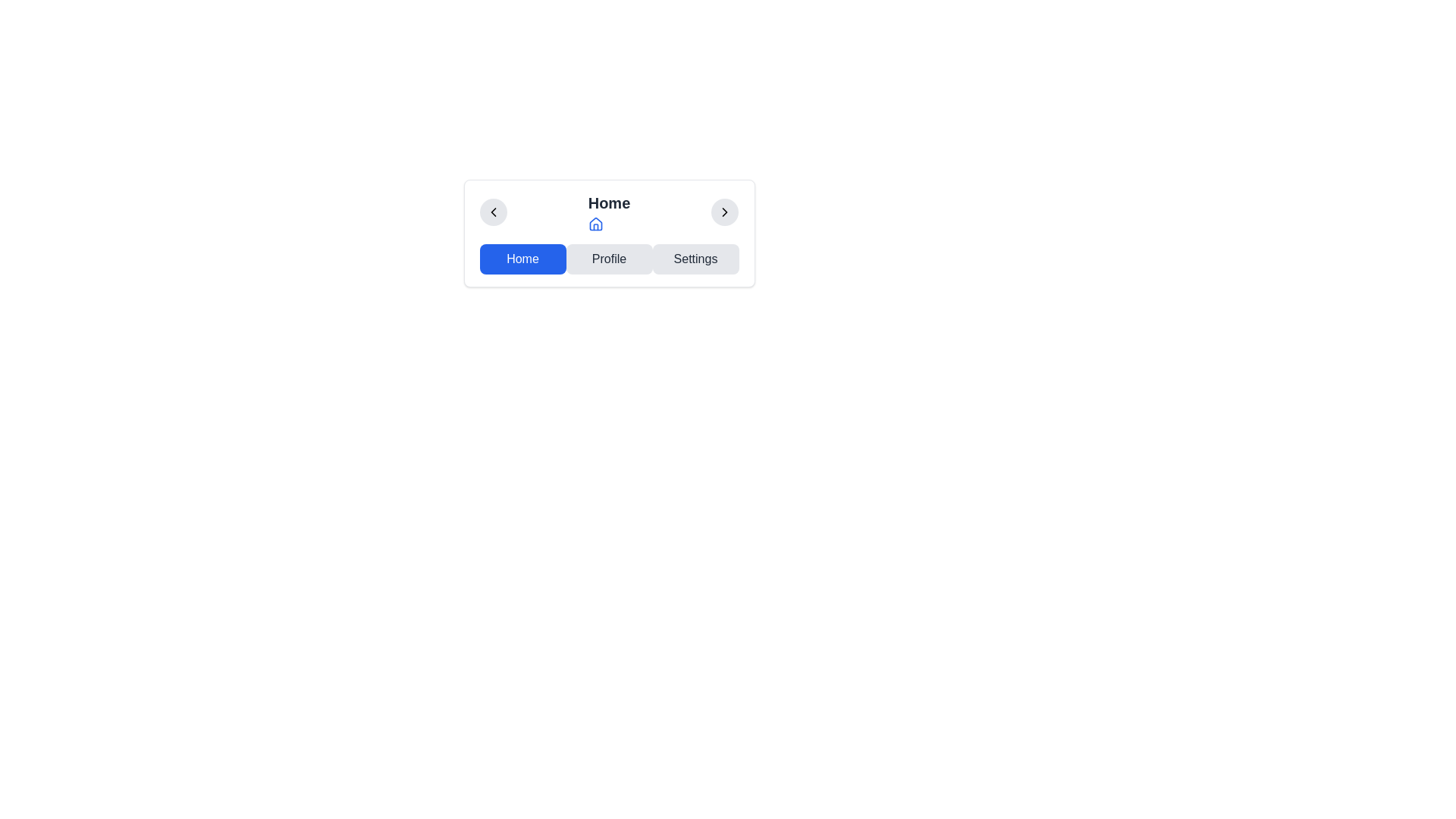  What do you see at coordinates (609, 212) in the screenshot?
I see `the Label with navigation icons that features bold 'Home' text and a house-shaped icon, flanked by left and right chevron buttons` at bounding box center [609, 212].